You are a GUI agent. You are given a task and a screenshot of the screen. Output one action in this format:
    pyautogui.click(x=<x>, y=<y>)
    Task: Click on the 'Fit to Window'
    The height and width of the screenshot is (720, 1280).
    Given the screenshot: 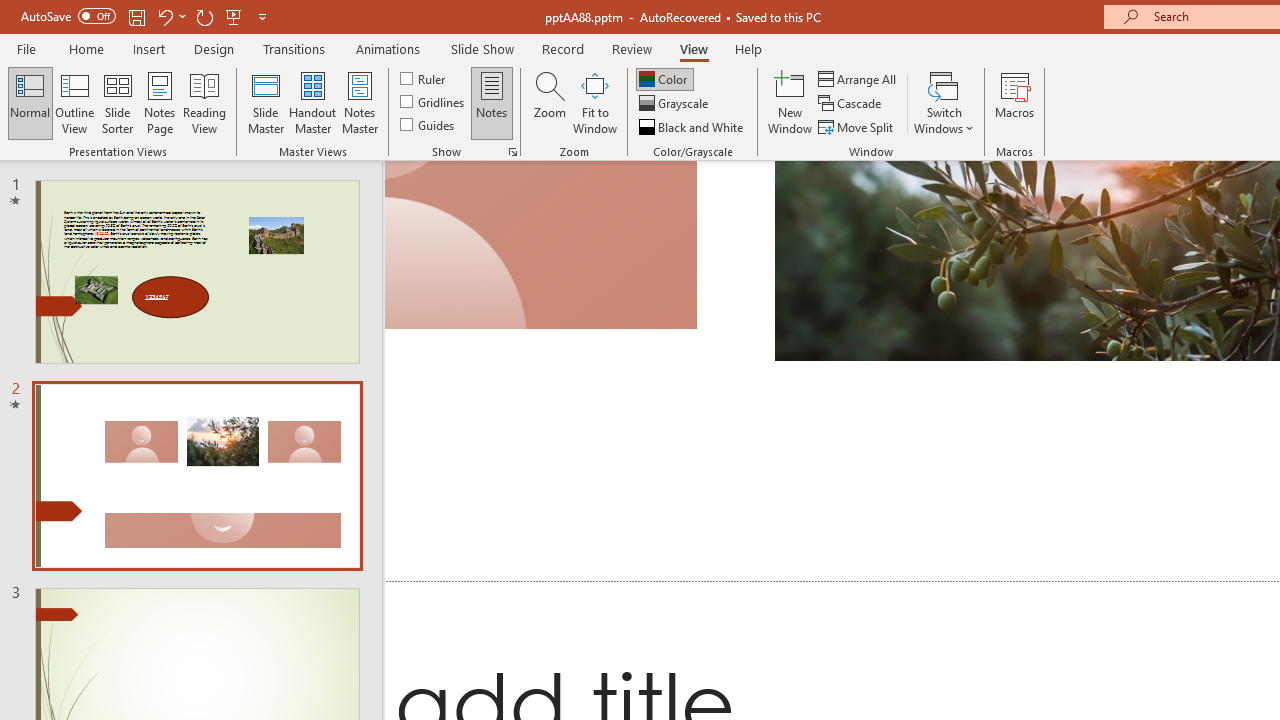 What is the action you would take?
    pyautogui.click(x=594, y=103)
    